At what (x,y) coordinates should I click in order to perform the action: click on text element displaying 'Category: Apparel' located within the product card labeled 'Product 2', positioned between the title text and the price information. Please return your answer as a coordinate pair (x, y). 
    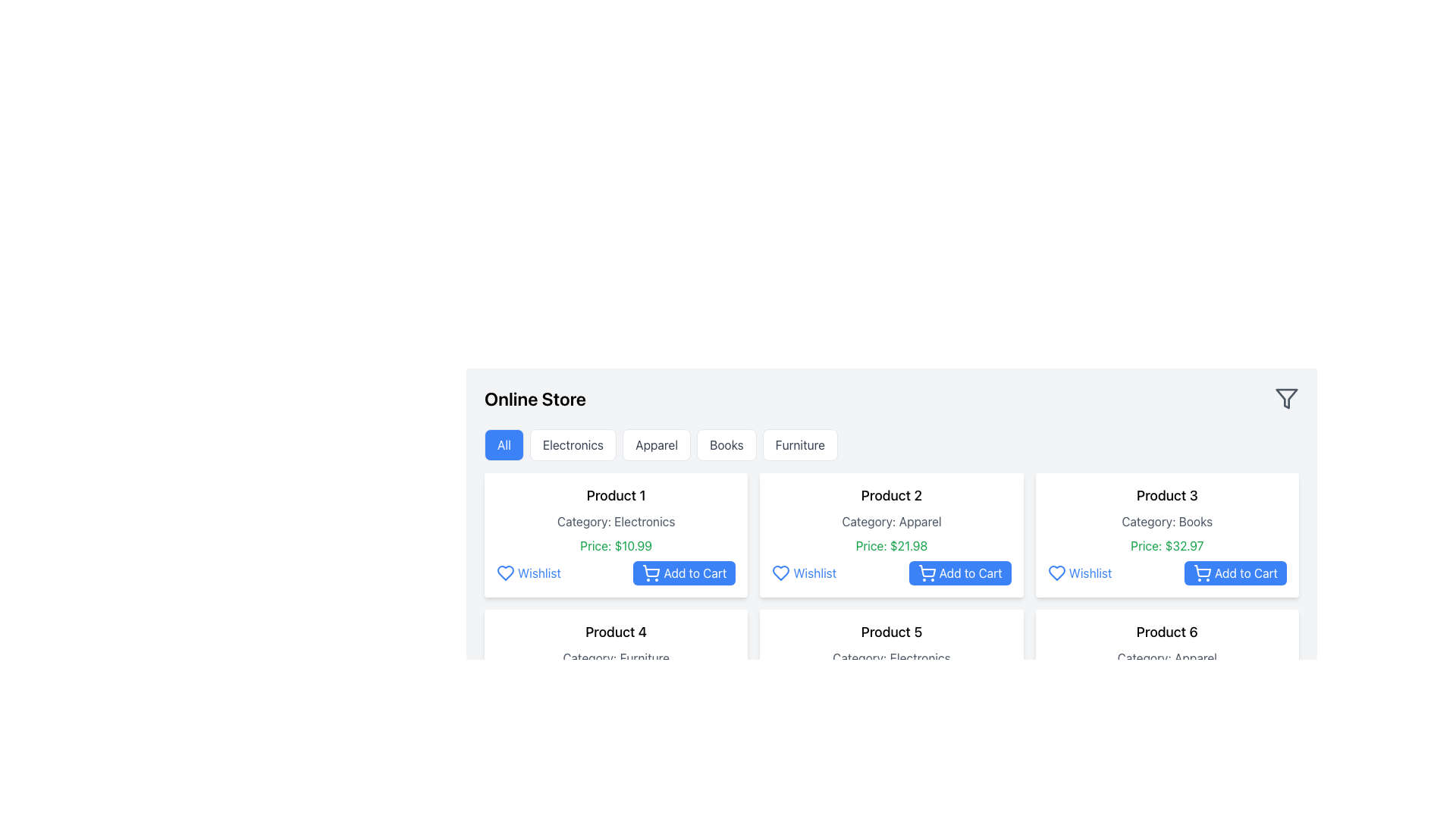
    Looking at the image, I should click on (892, 520).